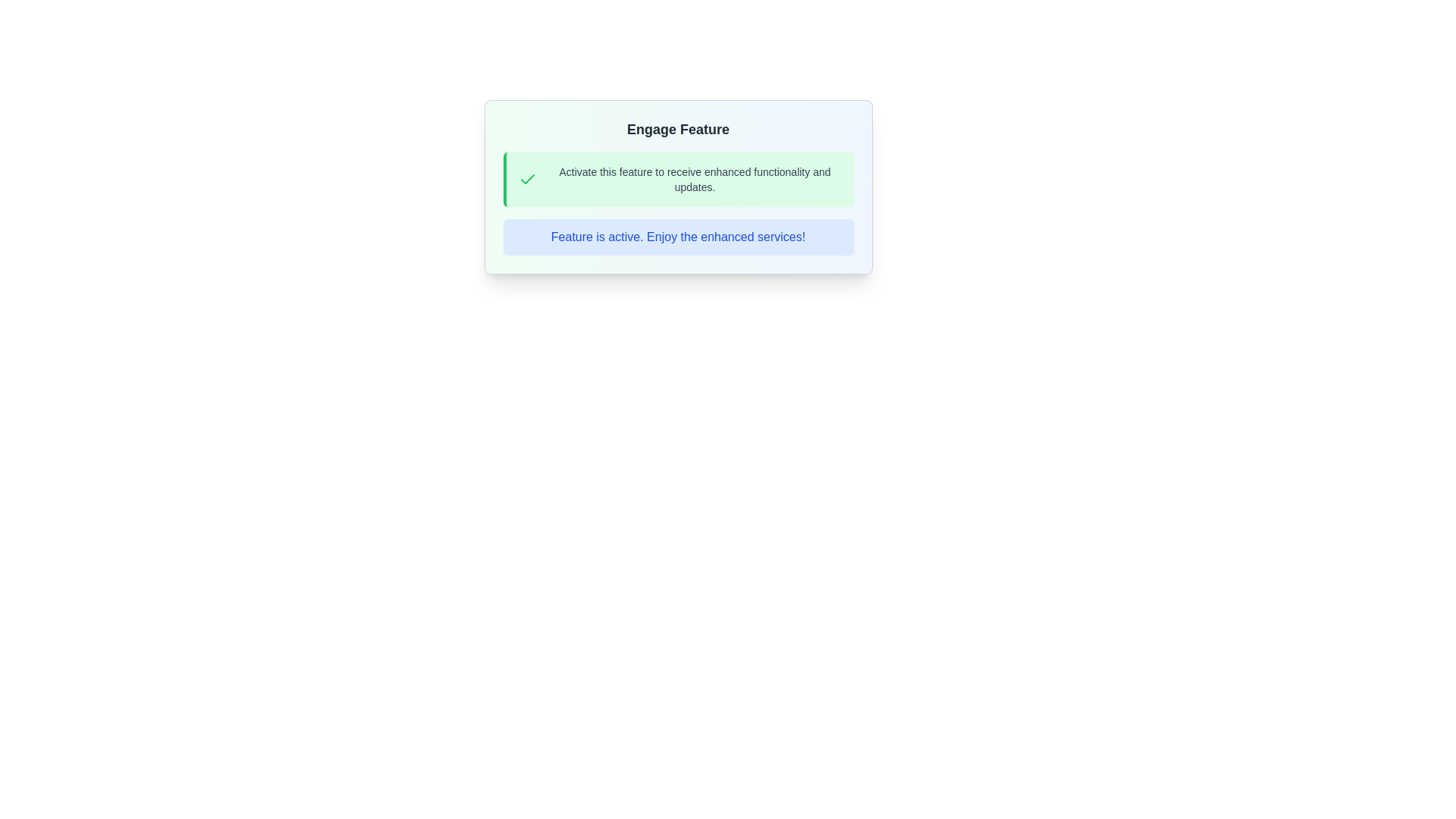 This screenshot has height=819, width=1456. I want to click on the Informational Banner that indicates the ability to activate a feature, which has a green checkmark and descriptive text, located below the title 'Engage Feature', so click(677, 178).